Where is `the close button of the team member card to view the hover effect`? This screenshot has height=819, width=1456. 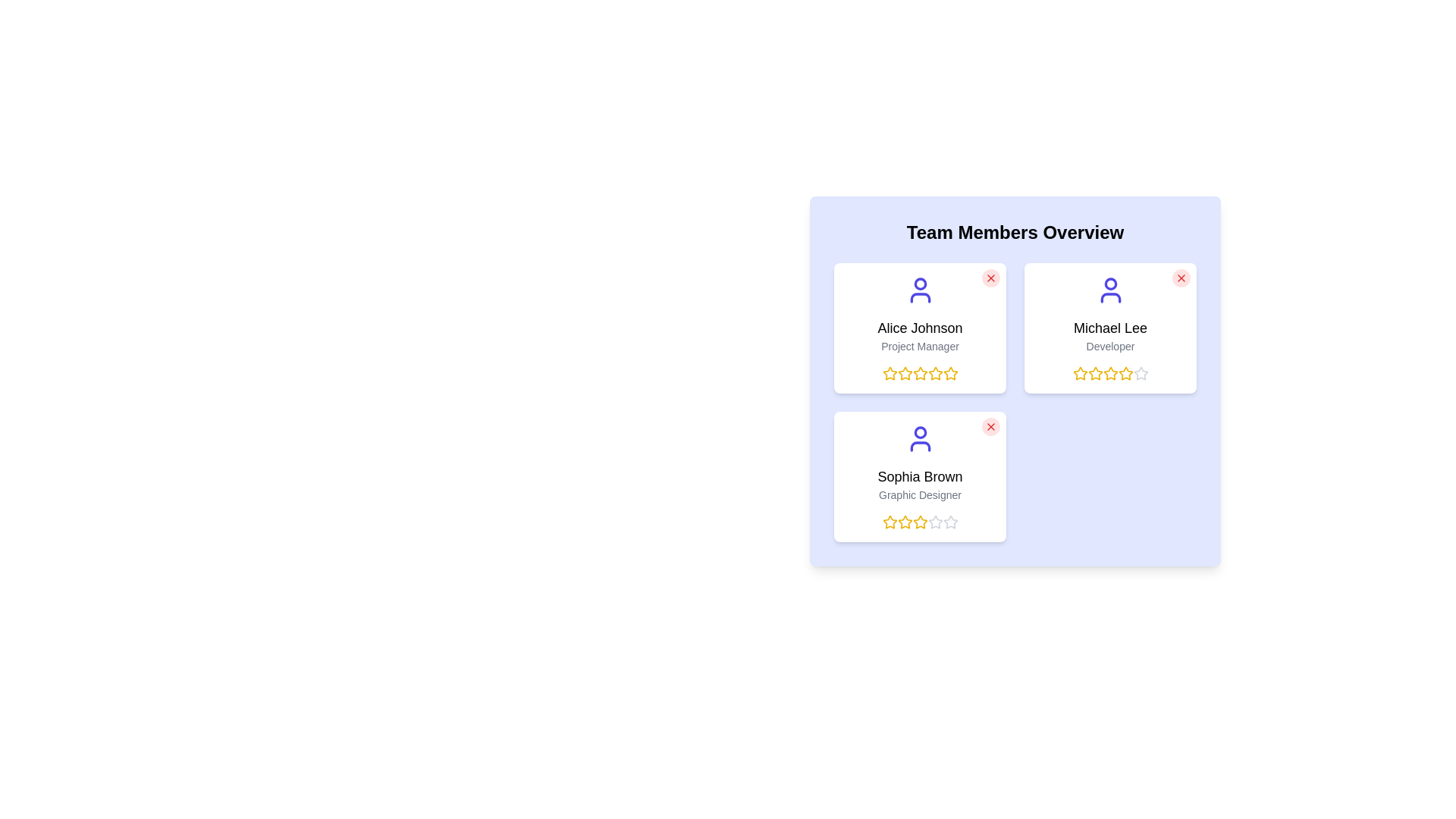 the close button of the team member card to view the hover effect is located at coordinates (990, 278).